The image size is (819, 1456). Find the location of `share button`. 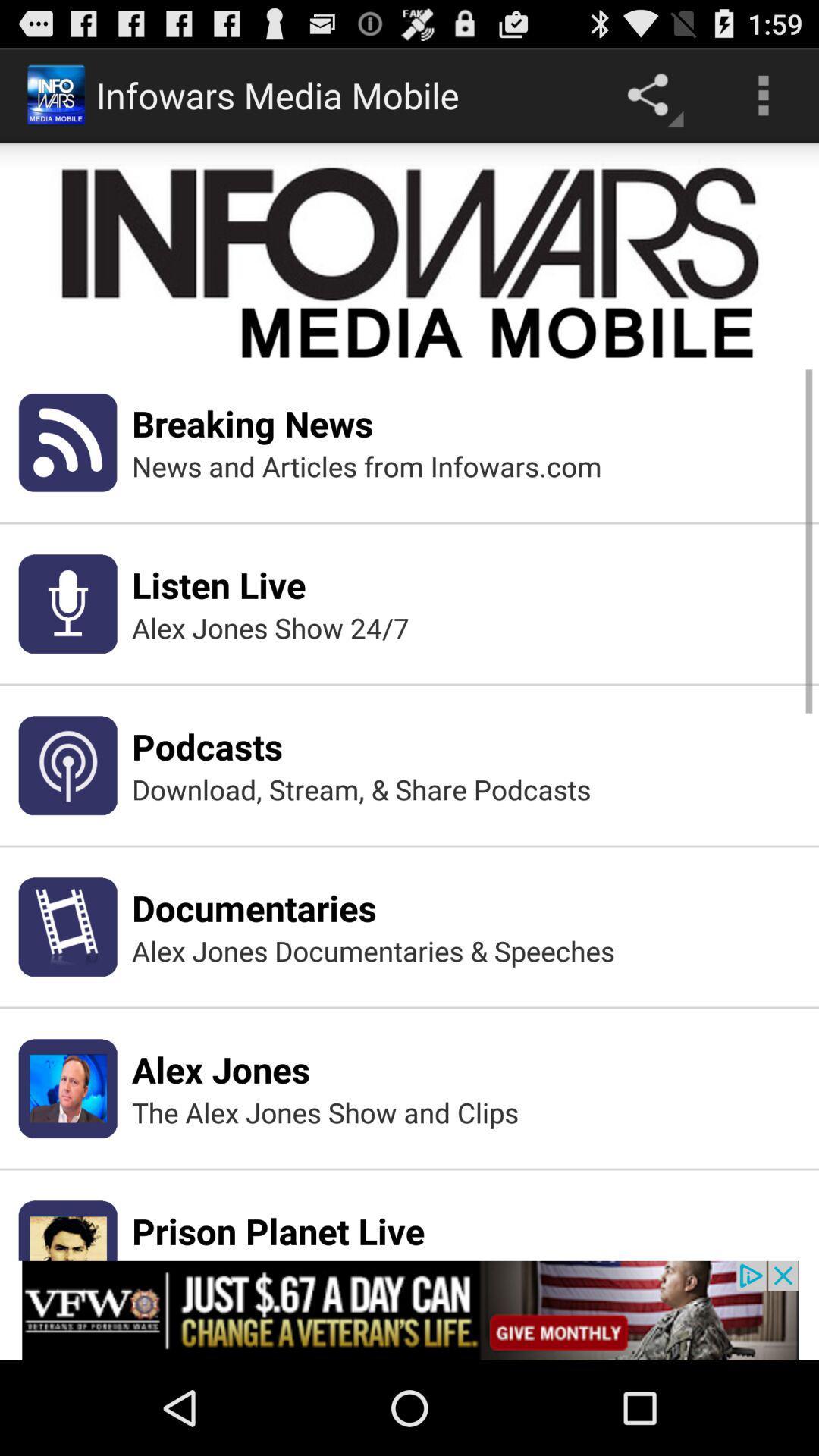

share button is located at coordinates (651, 94).